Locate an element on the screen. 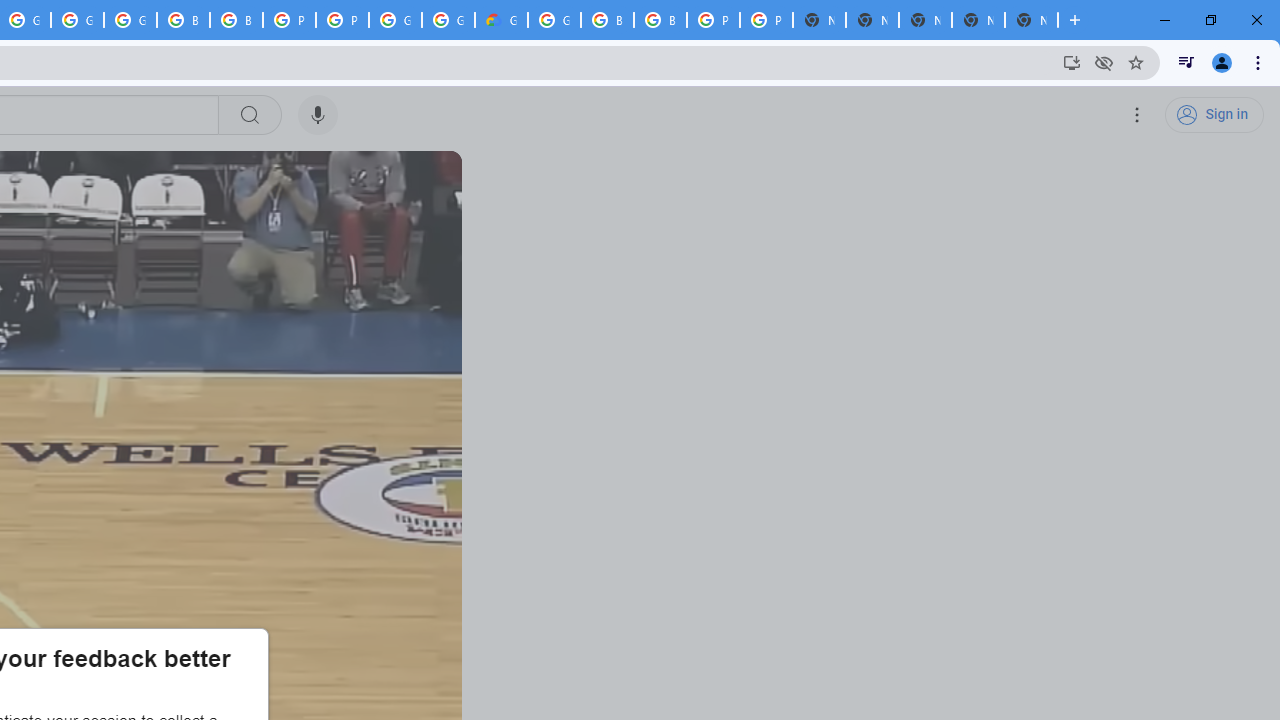  'Settings' is located at coordinates (1137, 115).